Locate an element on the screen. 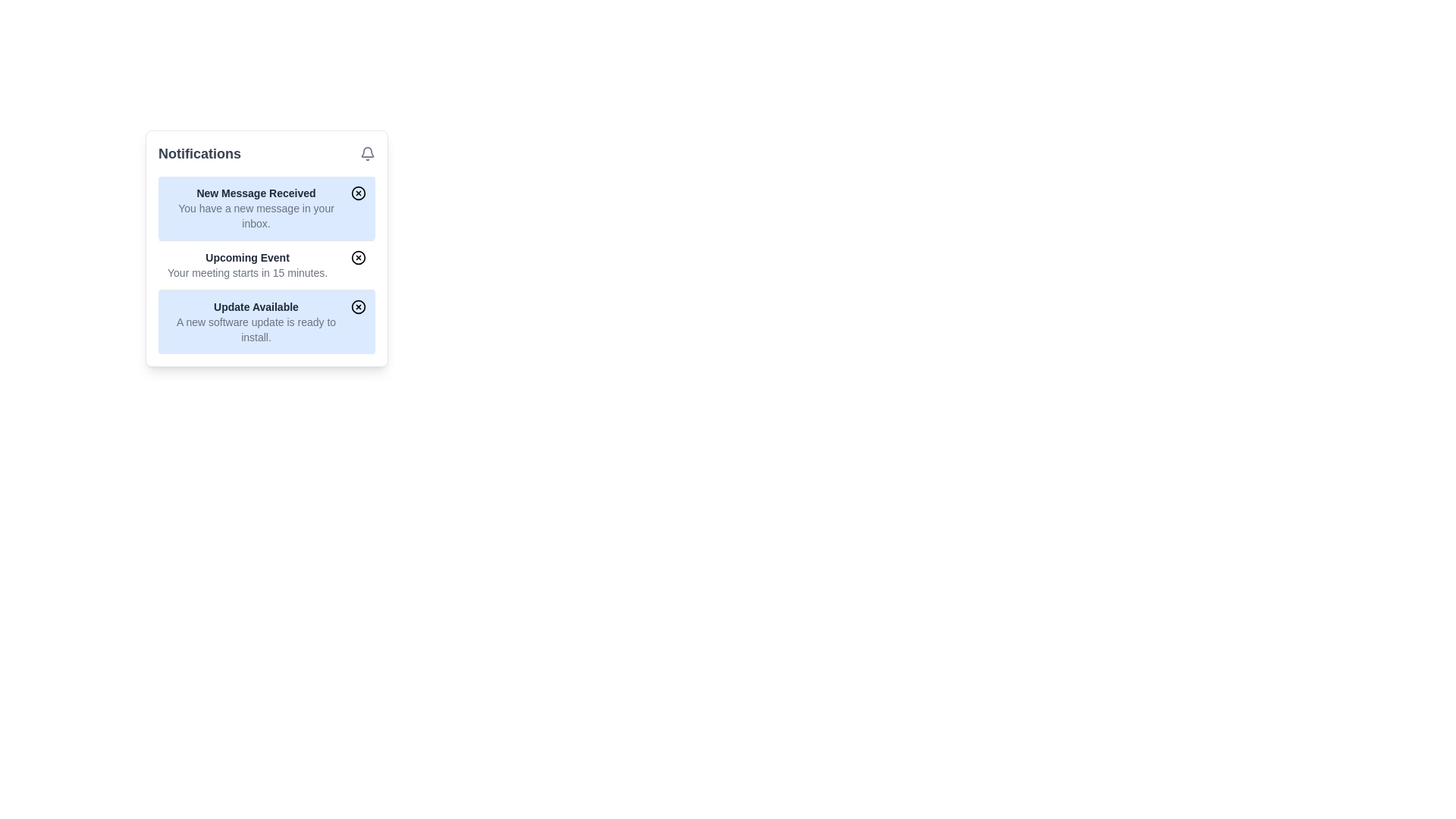 This screenshot has height=819, width=1456. the prominent 'Notifications' text label, which is styled in bold, large gray font and positioned at the top-left corner of the notification panel is located at coordinates (199, 154).